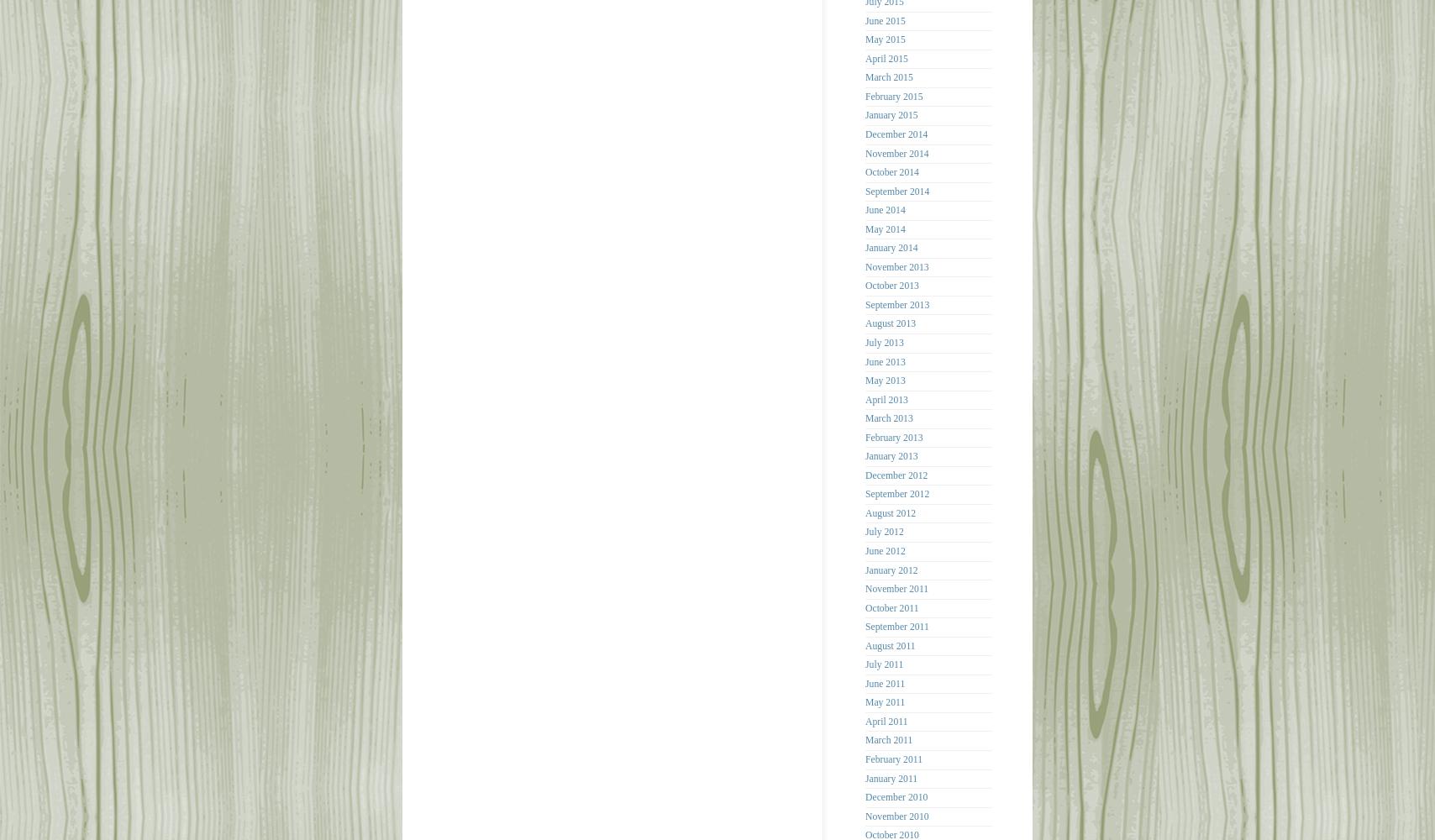 This screenshot has height=840, width=1435. What do you see at coordinates (865, 95) in the screenshot?
I see `'February 2015'` at bounding box center [865, 95].